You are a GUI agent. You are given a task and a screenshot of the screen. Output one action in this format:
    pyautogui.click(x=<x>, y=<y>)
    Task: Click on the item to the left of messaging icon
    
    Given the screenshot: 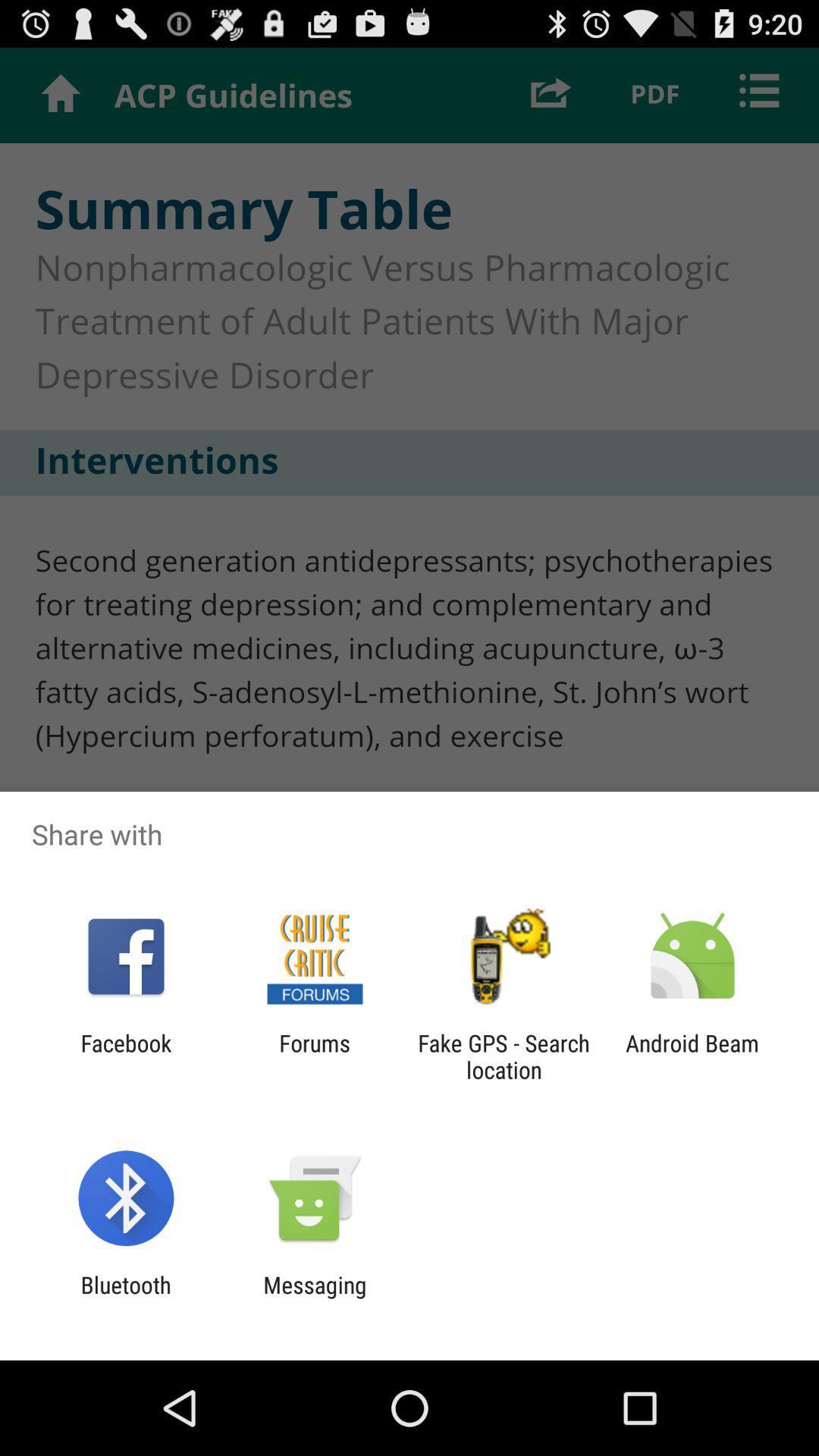 What is the action you would take?
    pyautogui.click(x=125, y=1298)
    